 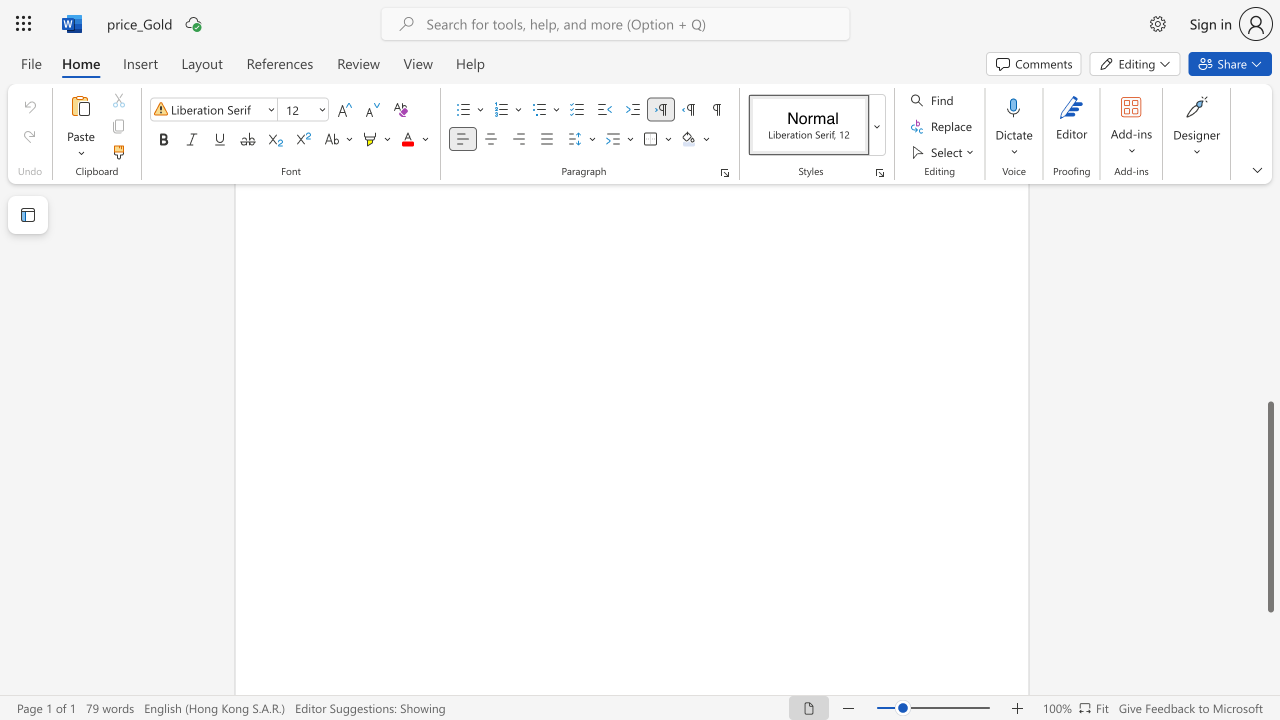 I want to click on the scrollbar and move up 10 pixels, so click(x=1269, y=505).